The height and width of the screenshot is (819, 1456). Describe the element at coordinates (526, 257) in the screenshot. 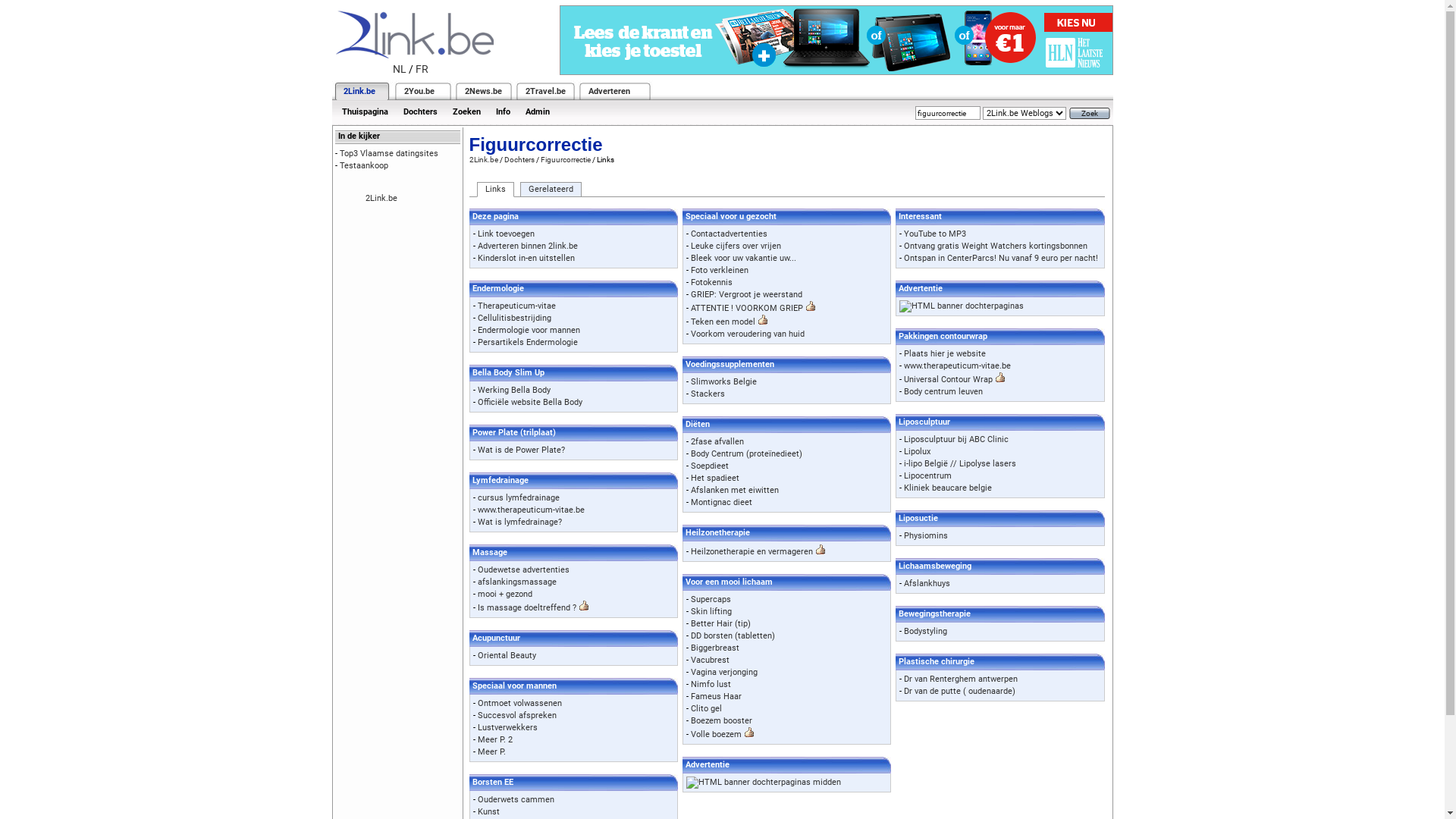

I see `'Kinderslot in-en uitstellen'` at that location.